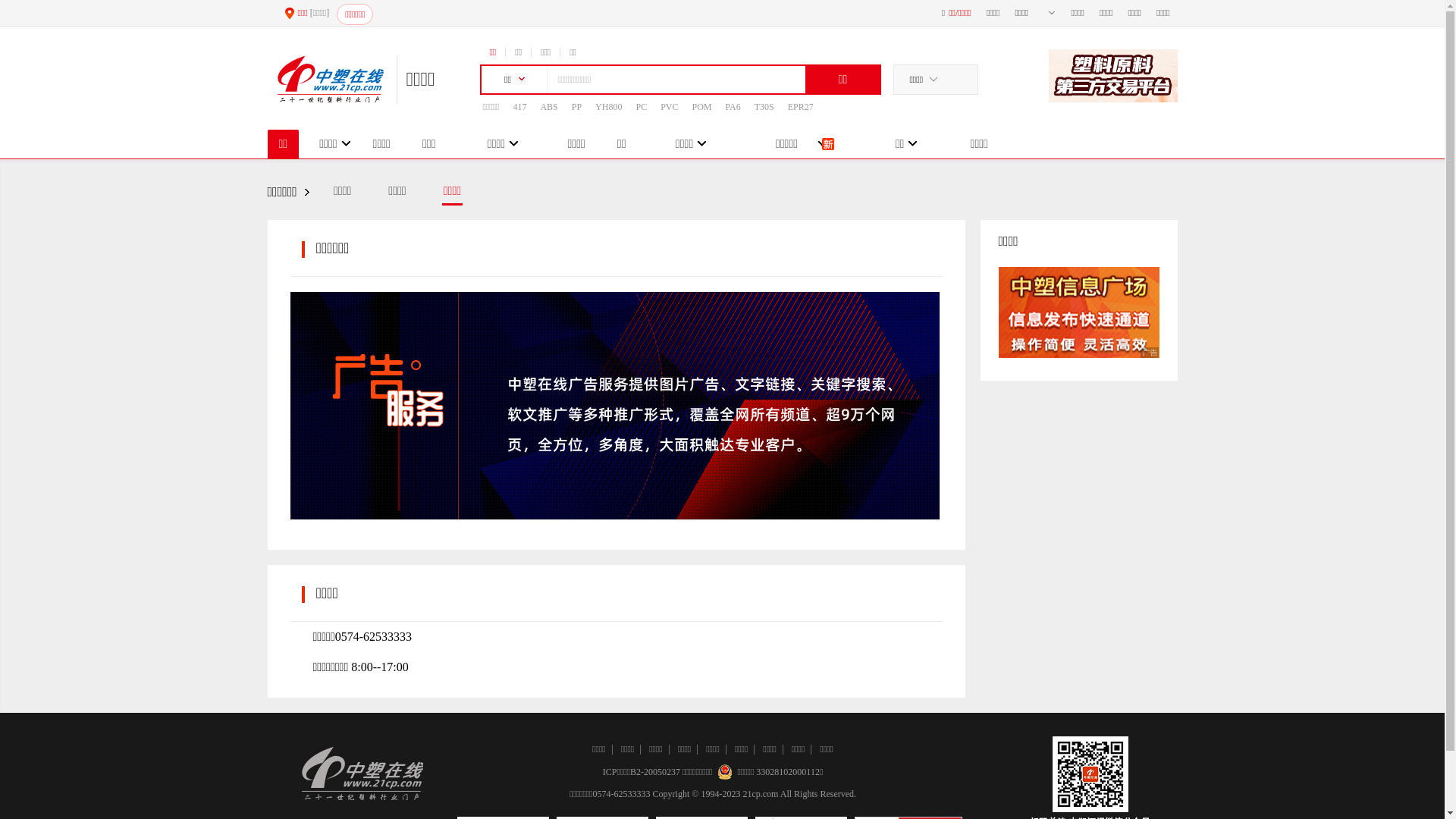 The height and width of the screenshot is (819, 1456). I want to click on 'T30S', so click(764, 106).